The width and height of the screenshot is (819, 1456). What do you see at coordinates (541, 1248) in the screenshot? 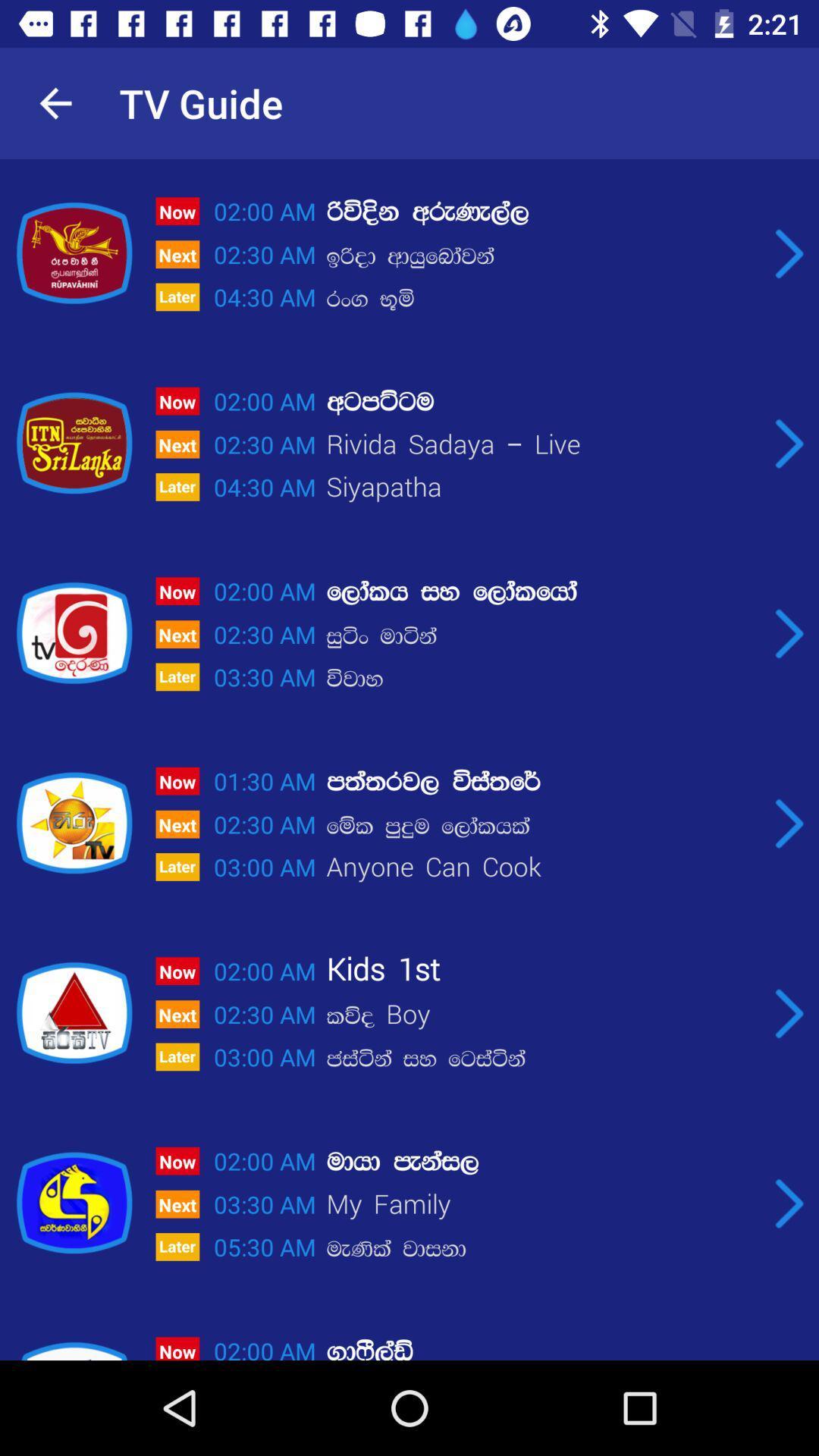
I see `item to the right of 03:30 am item` at bounding box center [541, 1248].